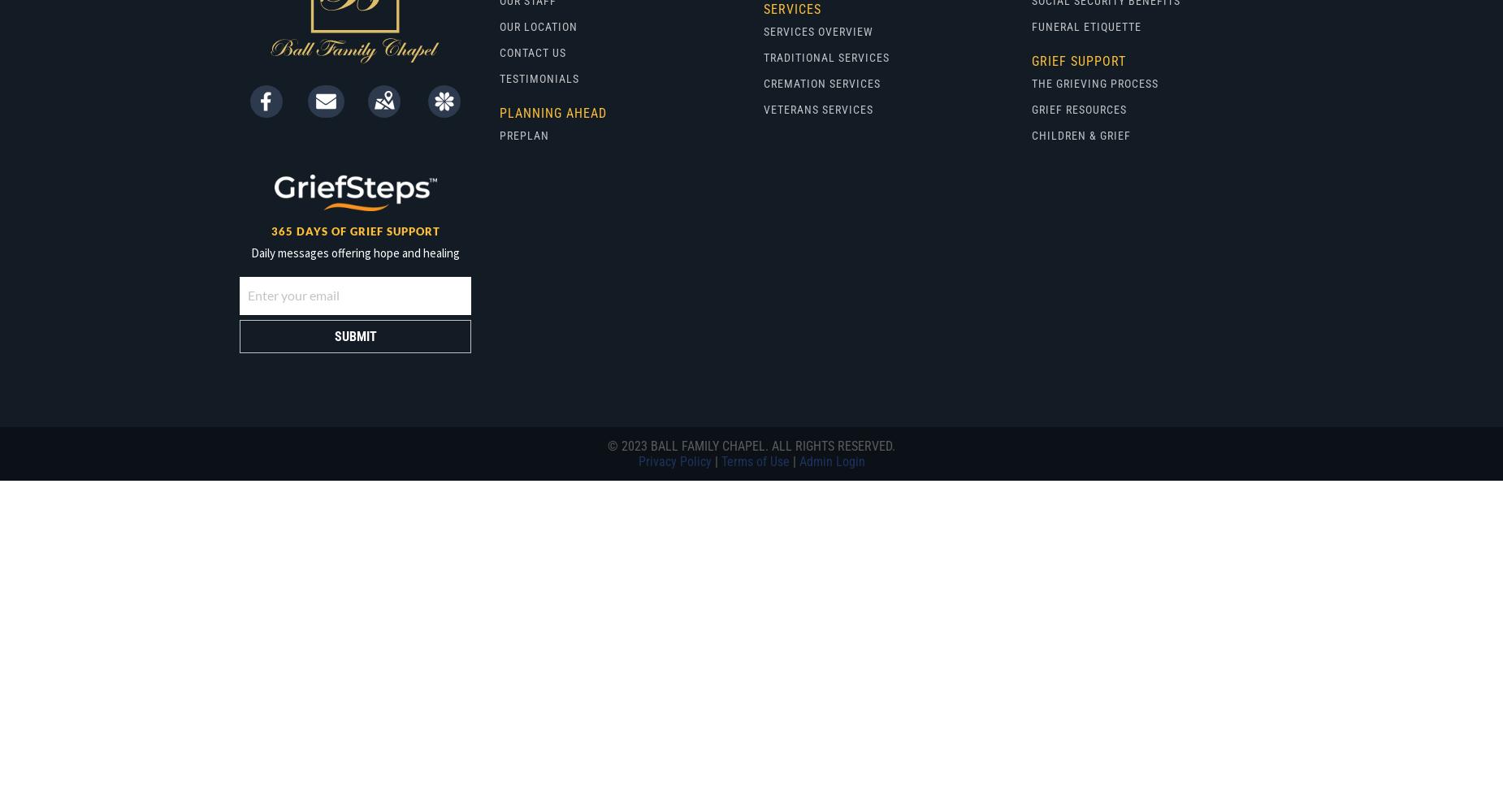 This screenshot has width=1503, height=812. Describe the element at coordinates (354, 253) in the screenshot. I see `'Daily messages offering hope and healing'` at that location.